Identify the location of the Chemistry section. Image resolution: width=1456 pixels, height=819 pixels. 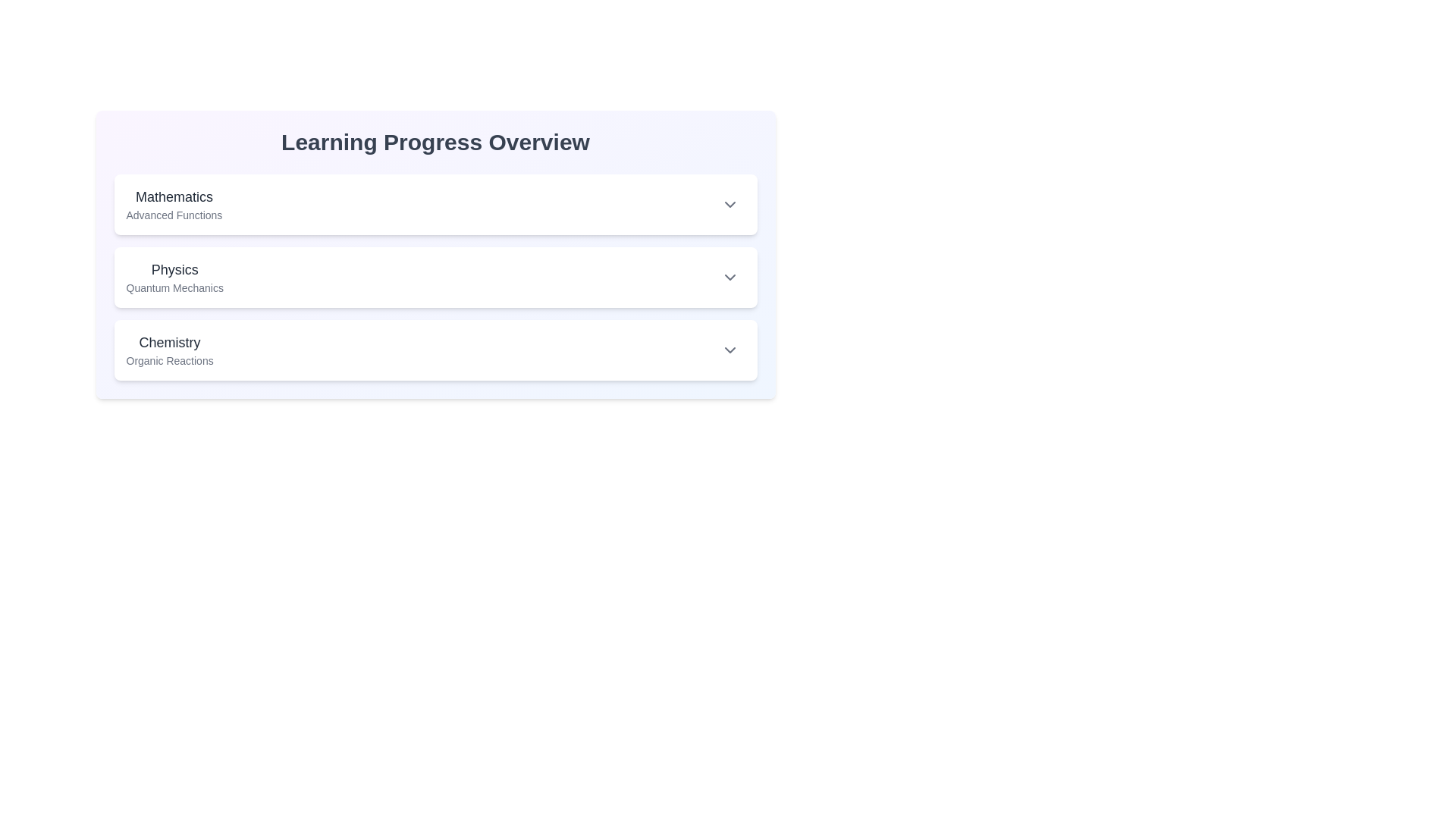
(170, 342).